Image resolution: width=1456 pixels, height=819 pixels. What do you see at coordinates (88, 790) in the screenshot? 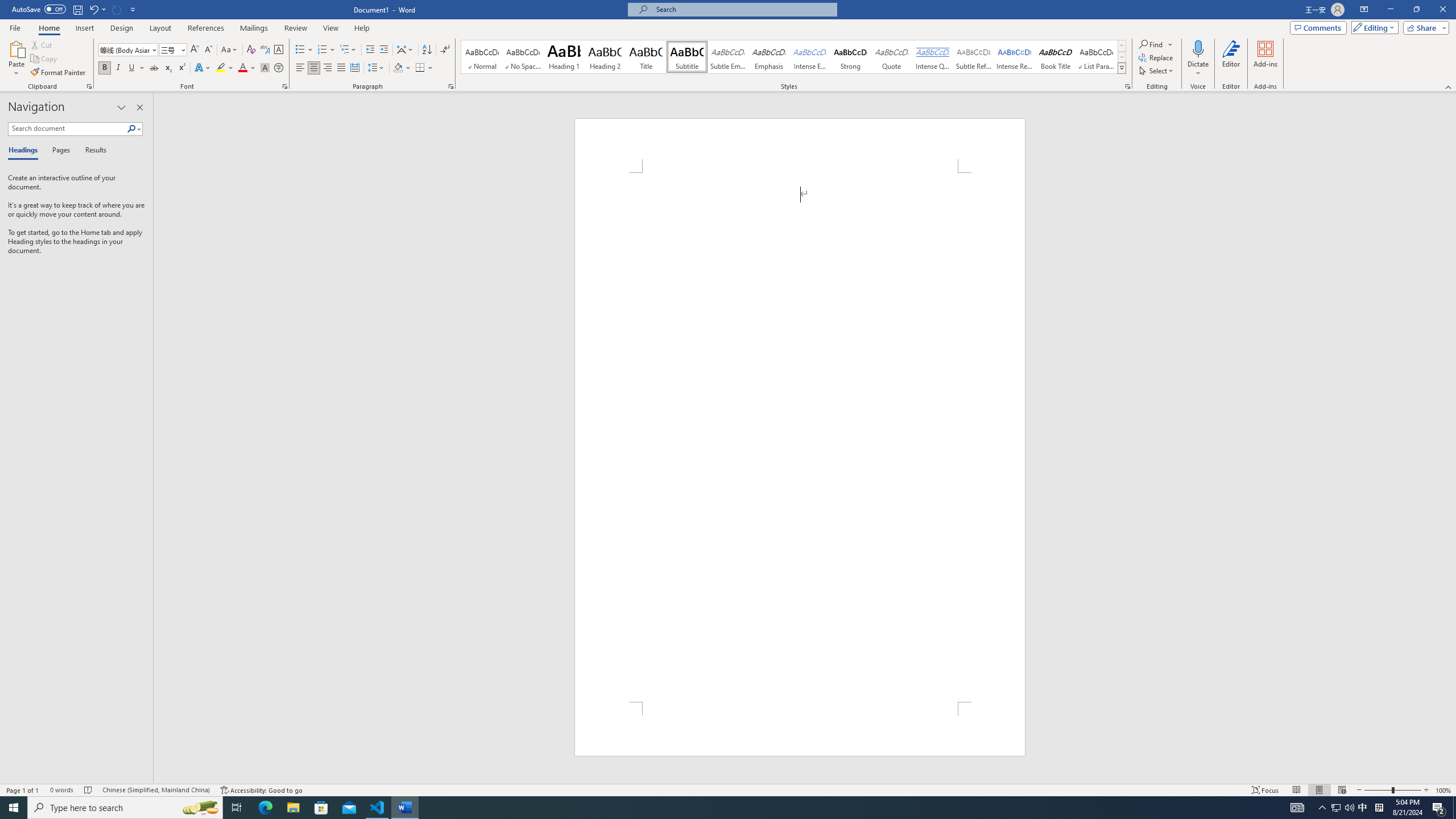
I see `'Spelling and Grammar Check No Errors'` at bounding box center [88, 790].